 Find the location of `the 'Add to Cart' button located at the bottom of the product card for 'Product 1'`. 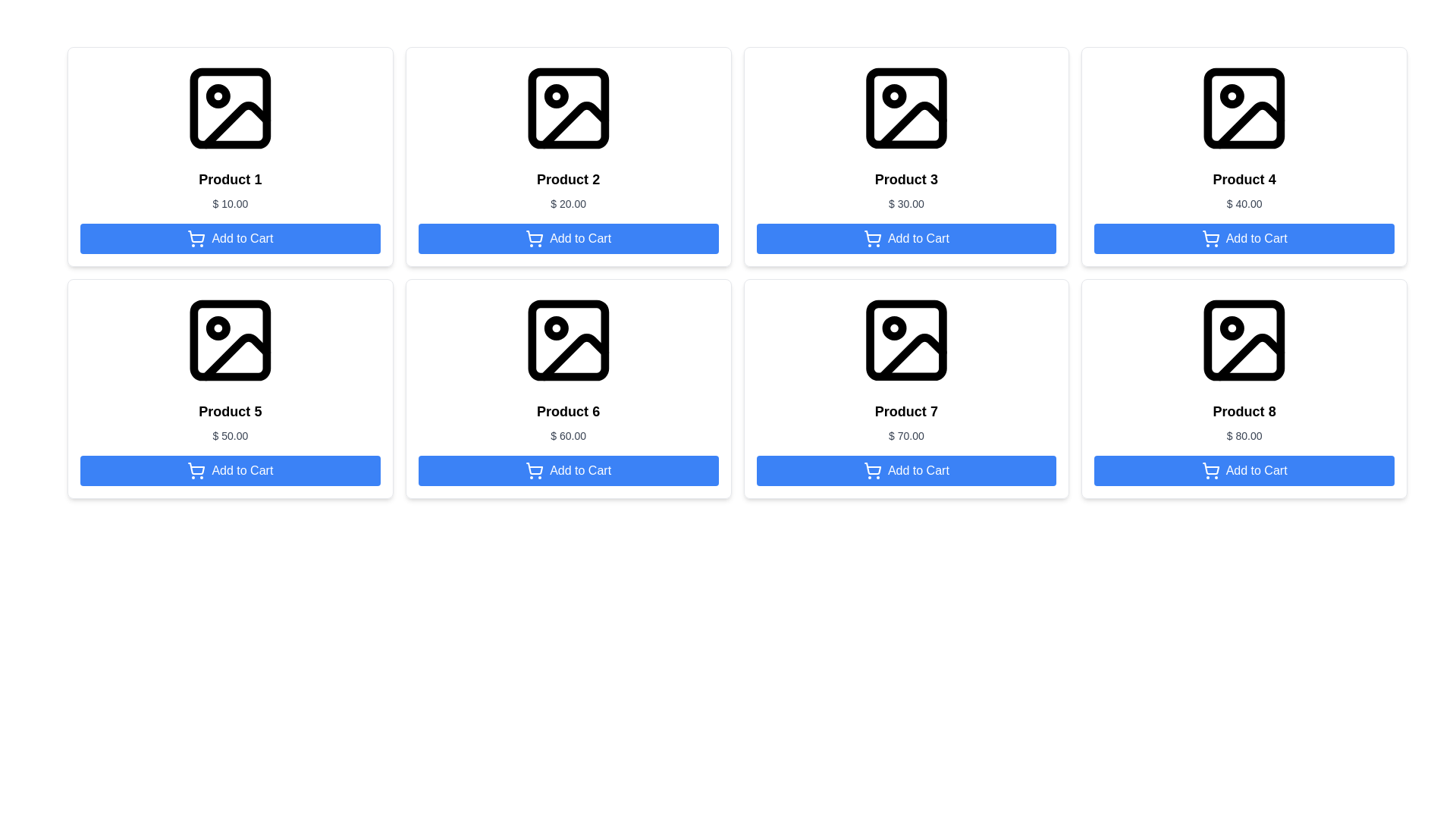

the 'Add to Cart' button located at the bottom of the product card for 'Product 1' is located at coordinates (229, 239).